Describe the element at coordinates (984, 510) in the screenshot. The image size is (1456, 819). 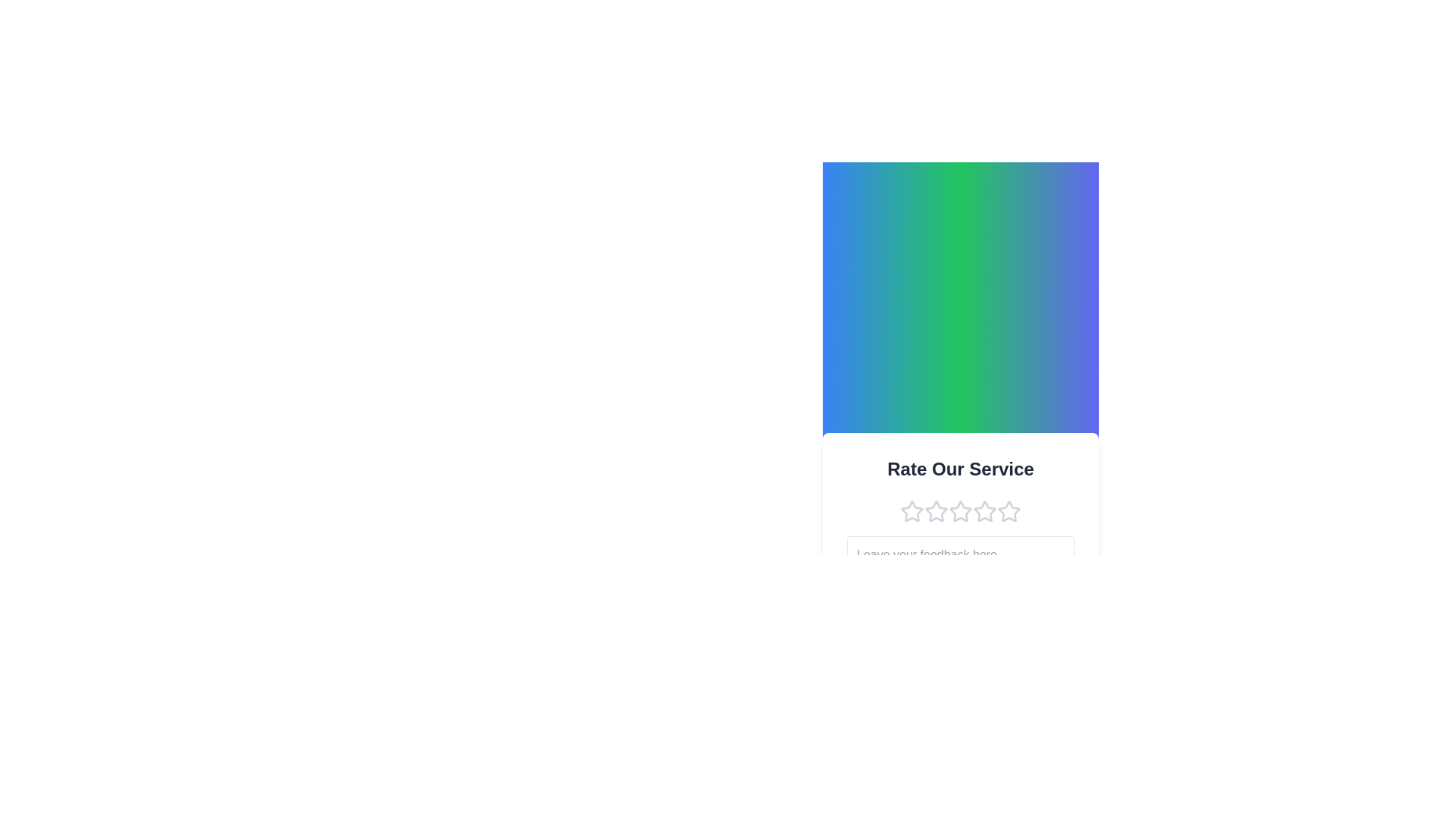
I see `the third star icon in the rating system below the 'Rate Our Service' title to rate it` at that location.